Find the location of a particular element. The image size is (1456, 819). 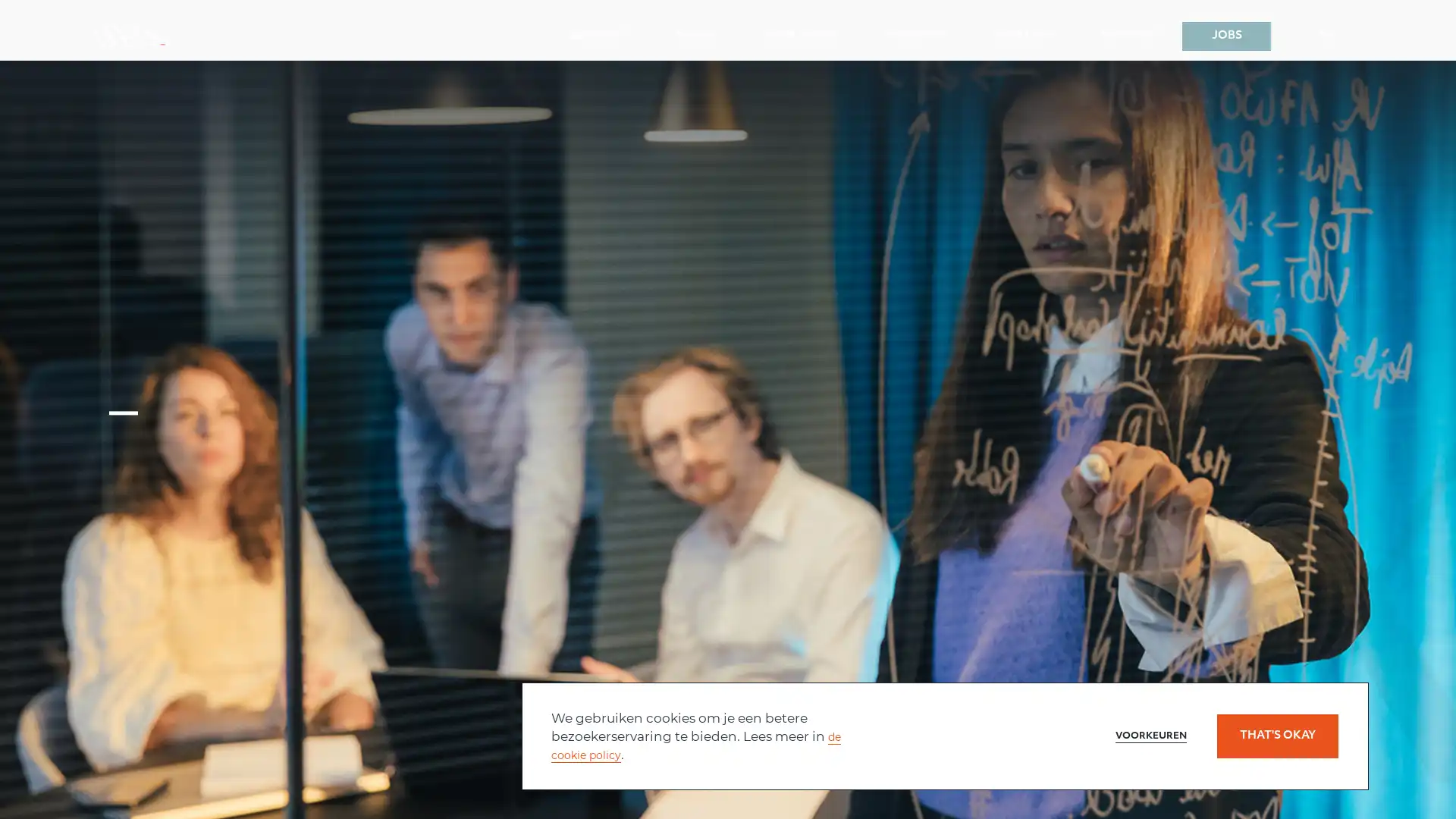

THAT'S OKAY THAT'SOKAY is located at coordinates (1276, 735).